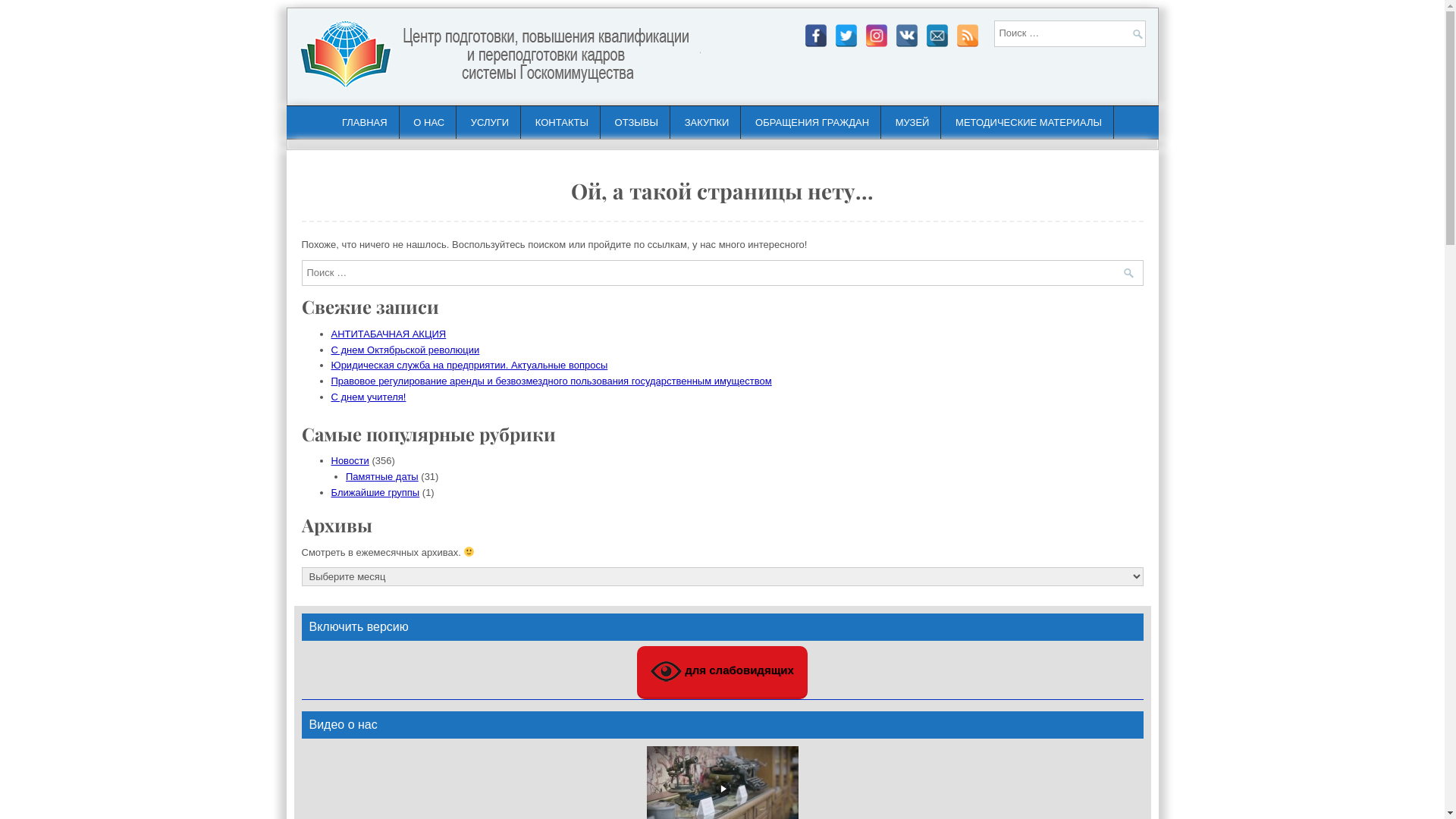 The width and height of the screenshot is (1456, 819). What do you see at coordinates (833, 34) in the screenshot?
I see `'Twitter'` at bounding box center [833, 34].